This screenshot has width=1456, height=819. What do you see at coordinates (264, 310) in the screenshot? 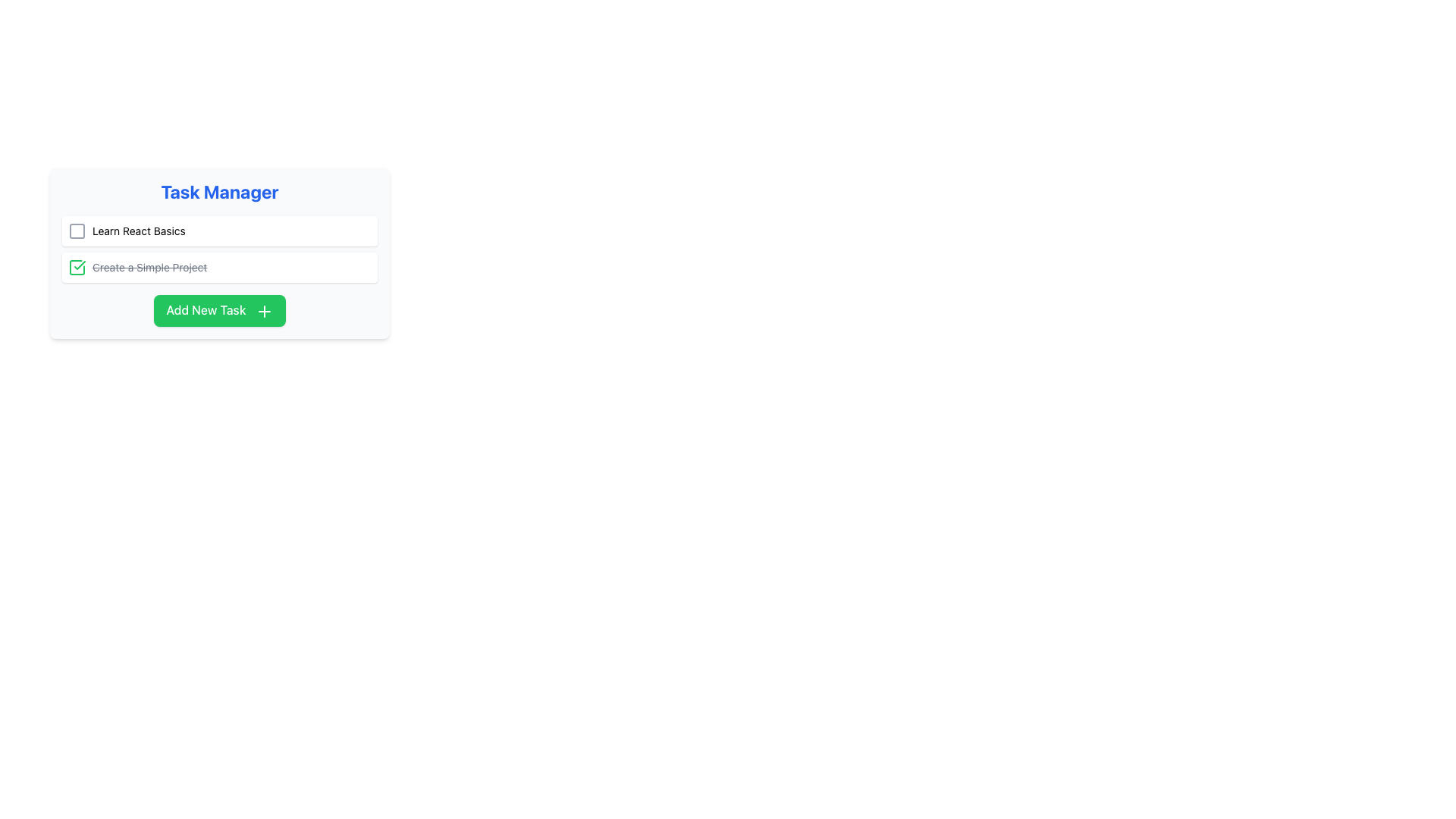
I see `the green circular button with a white plus icon located at the bottom-right corner of the 'Add New Task' button` at bounding box center [264, 310].